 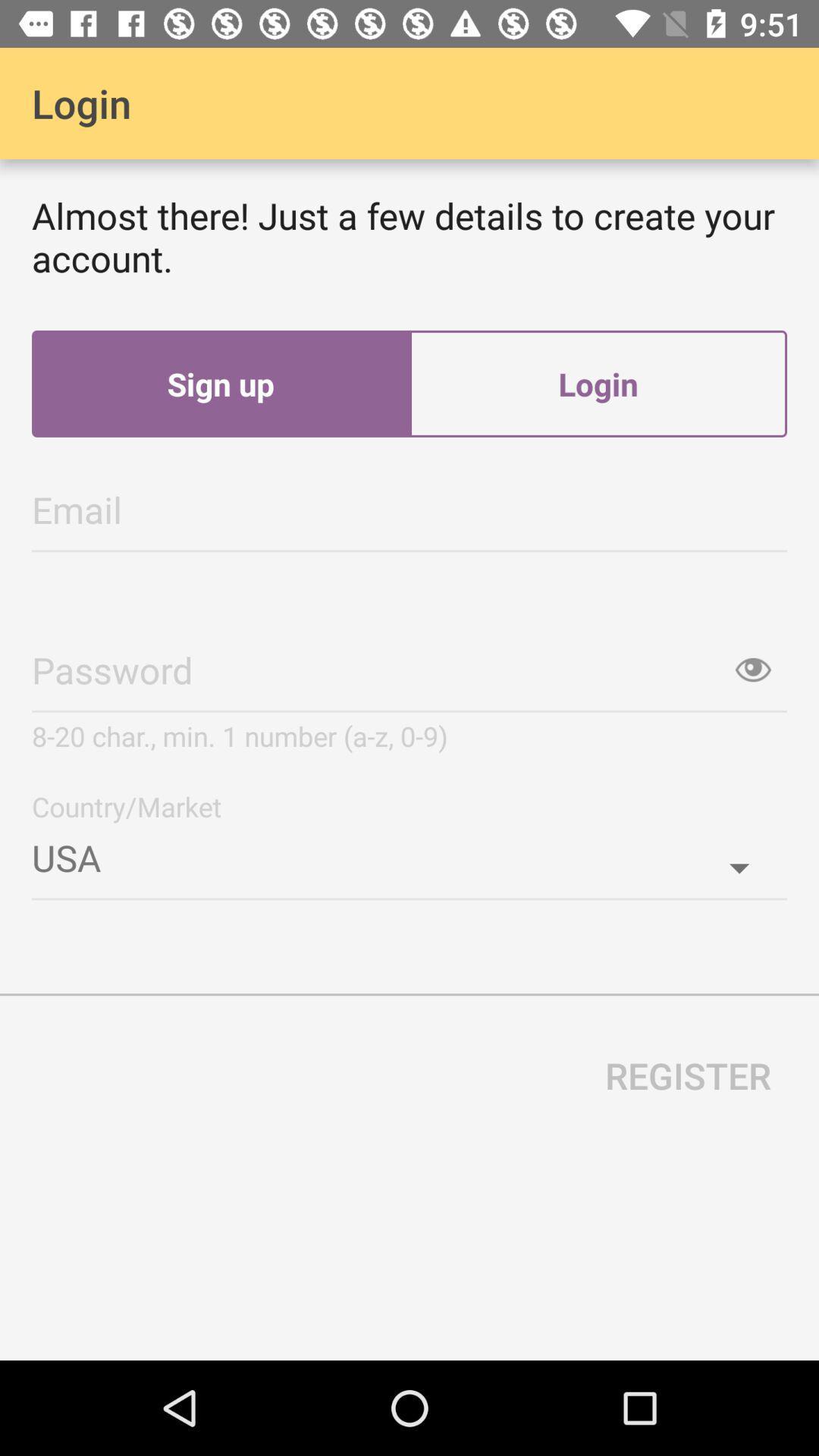 I want to click on the register icon, so click(x=688, y=1075).